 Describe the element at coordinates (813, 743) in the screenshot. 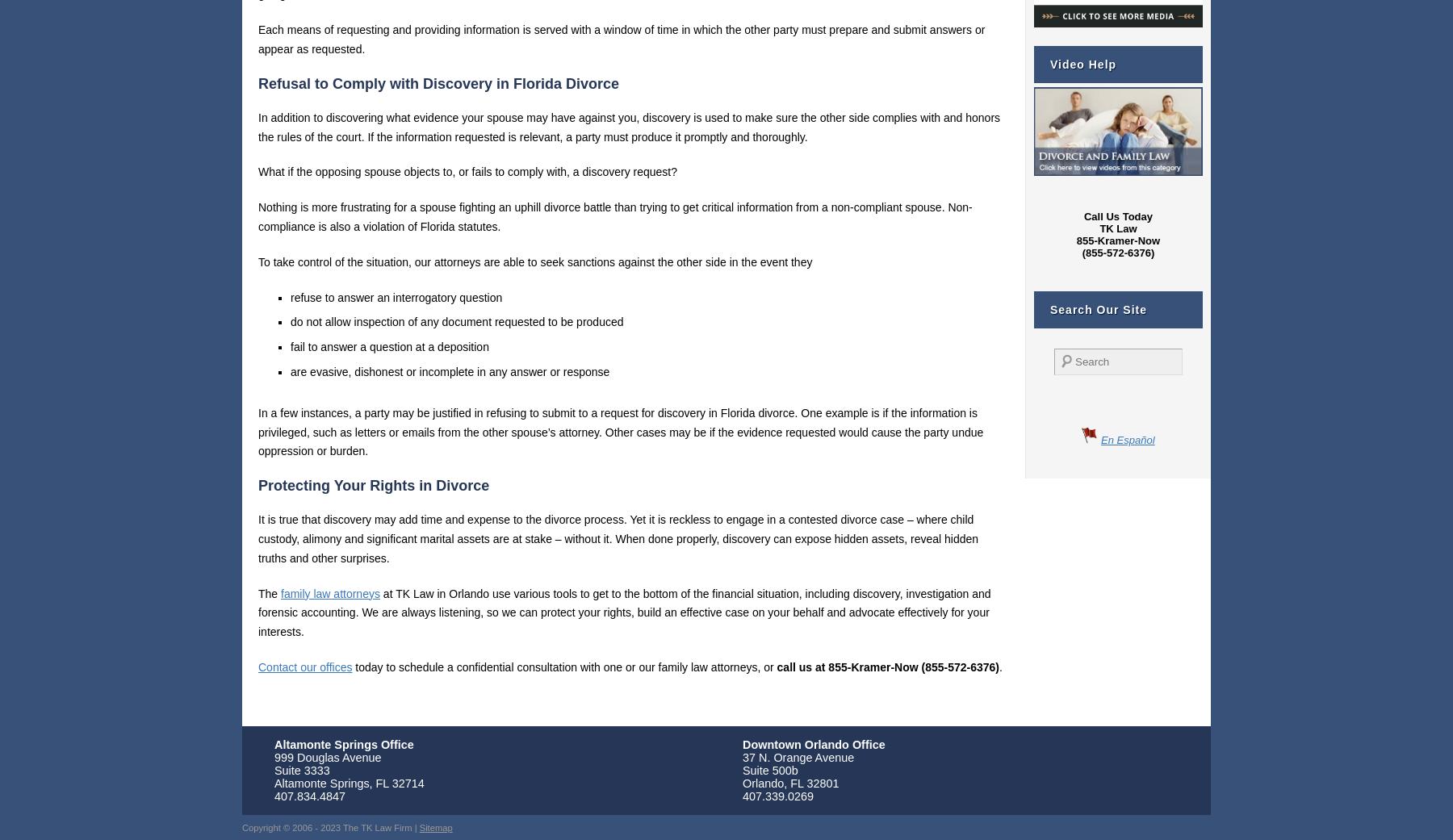

I see `'Downtown Orlando Office'` at that location.